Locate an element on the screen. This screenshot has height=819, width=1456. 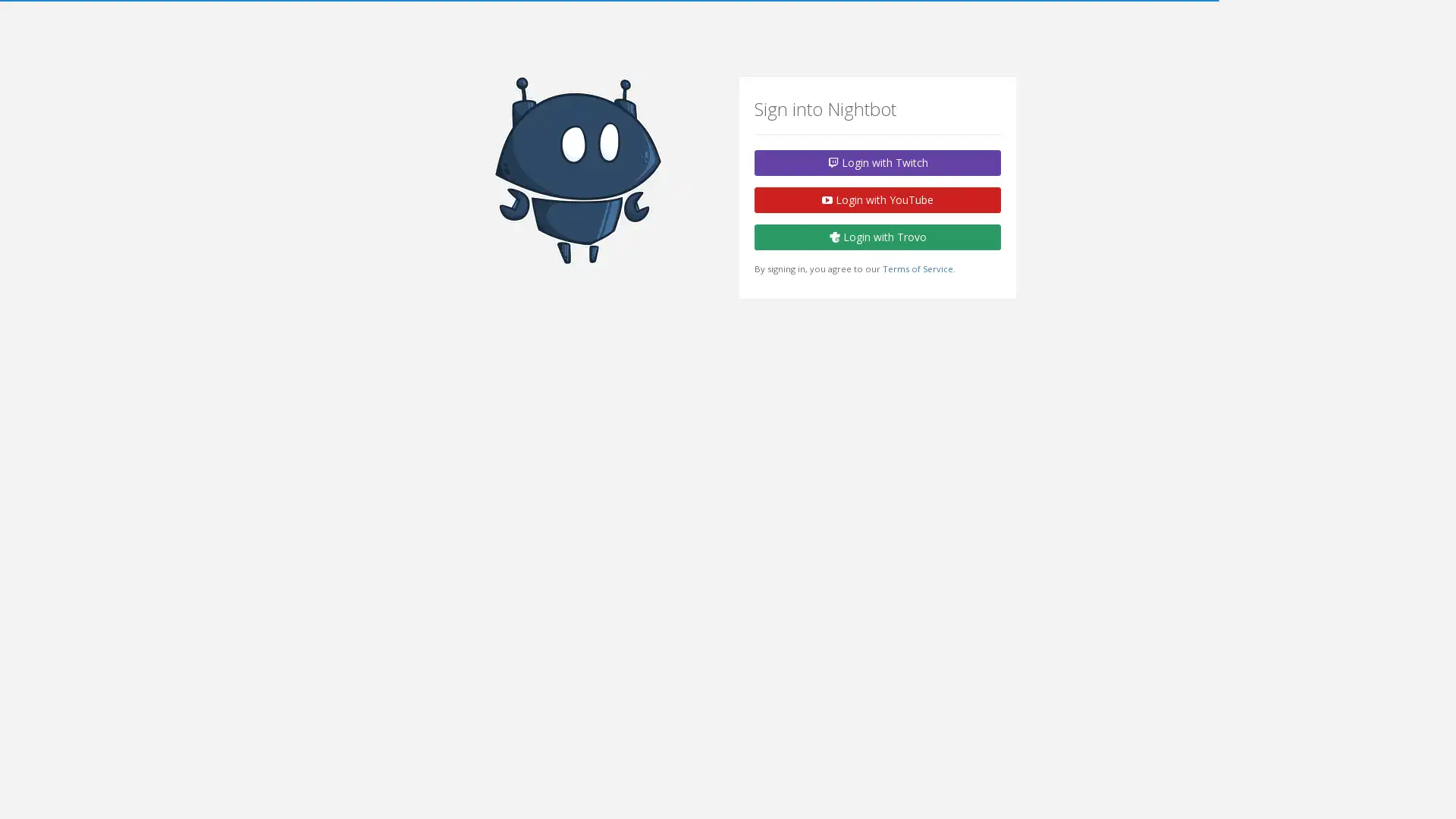
Login with YouTube is located at coordinates (877, 199).